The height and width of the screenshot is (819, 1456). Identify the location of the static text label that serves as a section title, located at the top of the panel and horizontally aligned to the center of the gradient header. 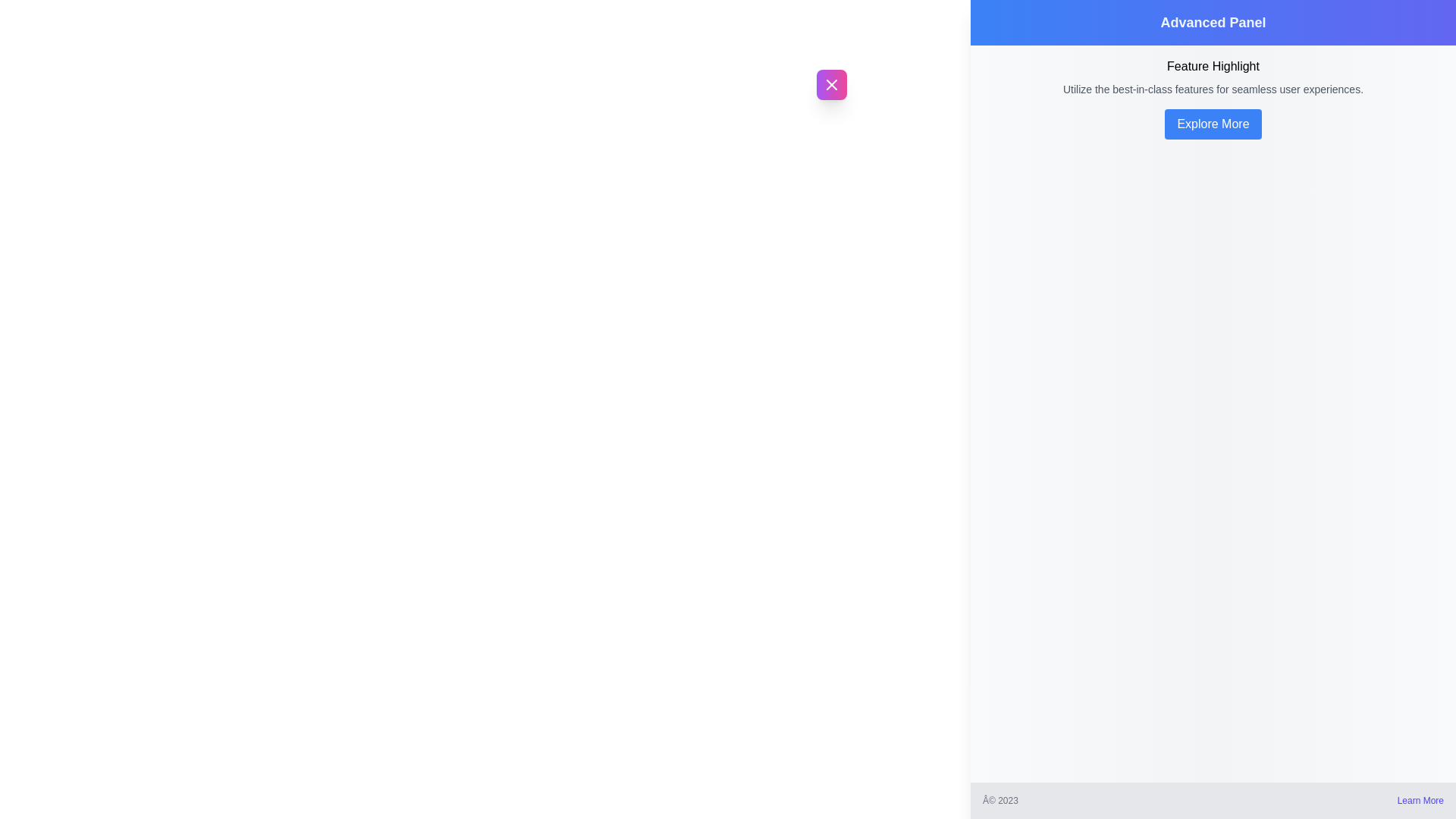
(1212, 23).